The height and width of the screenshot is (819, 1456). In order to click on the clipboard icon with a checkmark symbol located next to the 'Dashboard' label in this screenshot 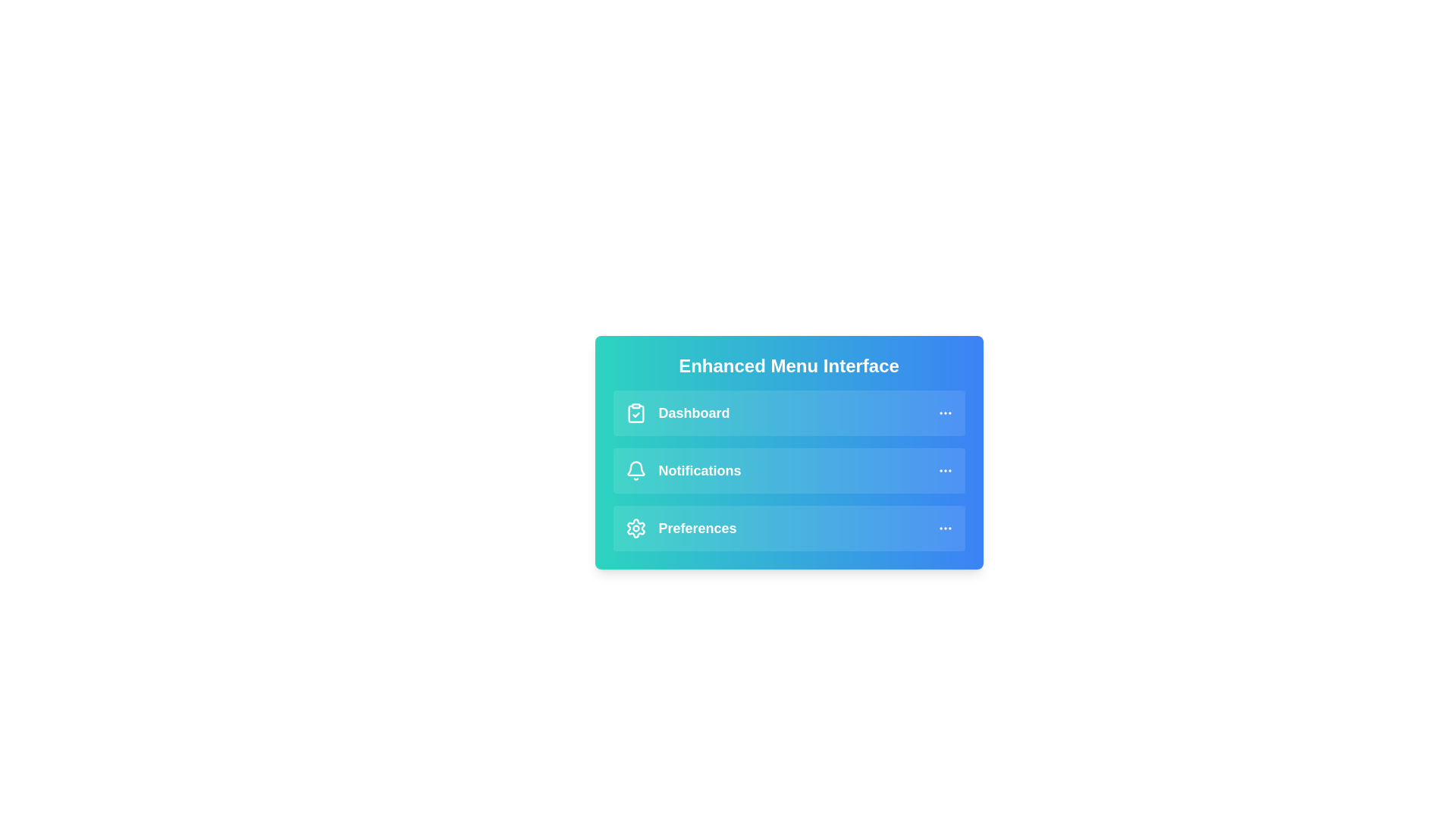, I will do `click(635, 413)`.